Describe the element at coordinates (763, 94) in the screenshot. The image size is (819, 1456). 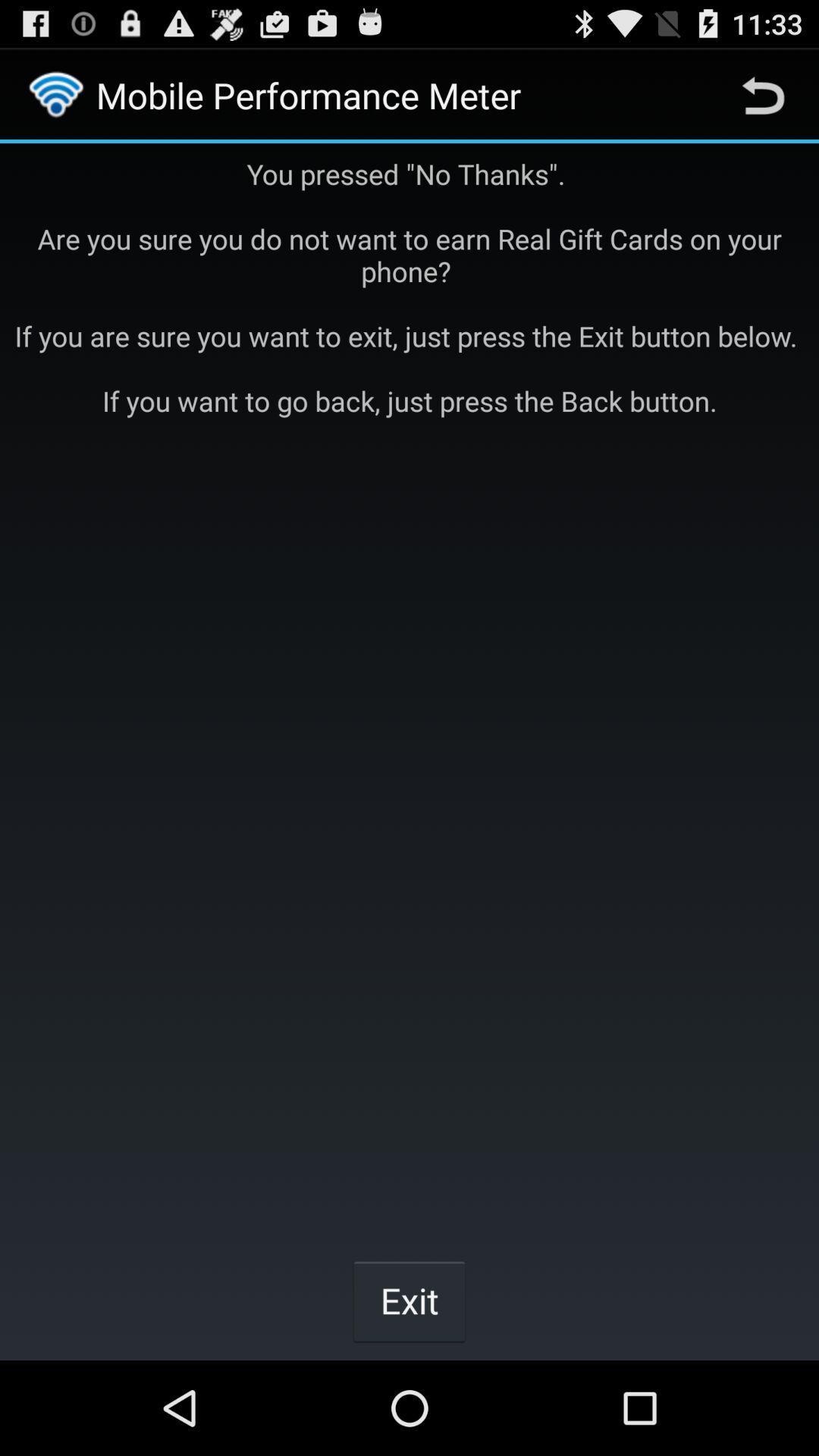
I see `the icon at the top right corner` at that location.